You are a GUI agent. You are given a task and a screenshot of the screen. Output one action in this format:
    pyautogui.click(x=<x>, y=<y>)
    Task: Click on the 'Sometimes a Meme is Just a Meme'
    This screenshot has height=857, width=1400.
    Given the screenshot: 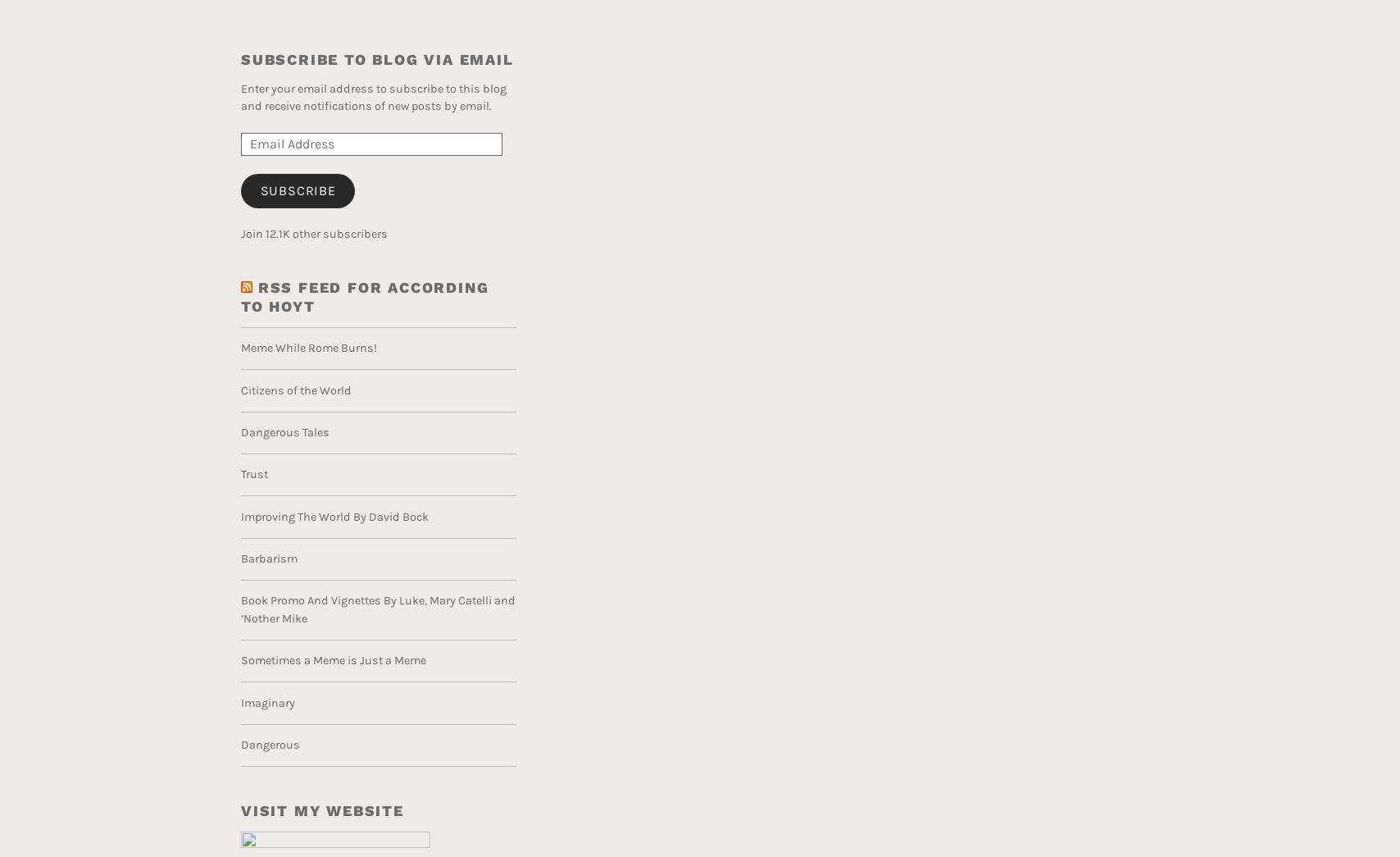 What is the action you would take?
    pyautogui.click(x=334, y=660)
    